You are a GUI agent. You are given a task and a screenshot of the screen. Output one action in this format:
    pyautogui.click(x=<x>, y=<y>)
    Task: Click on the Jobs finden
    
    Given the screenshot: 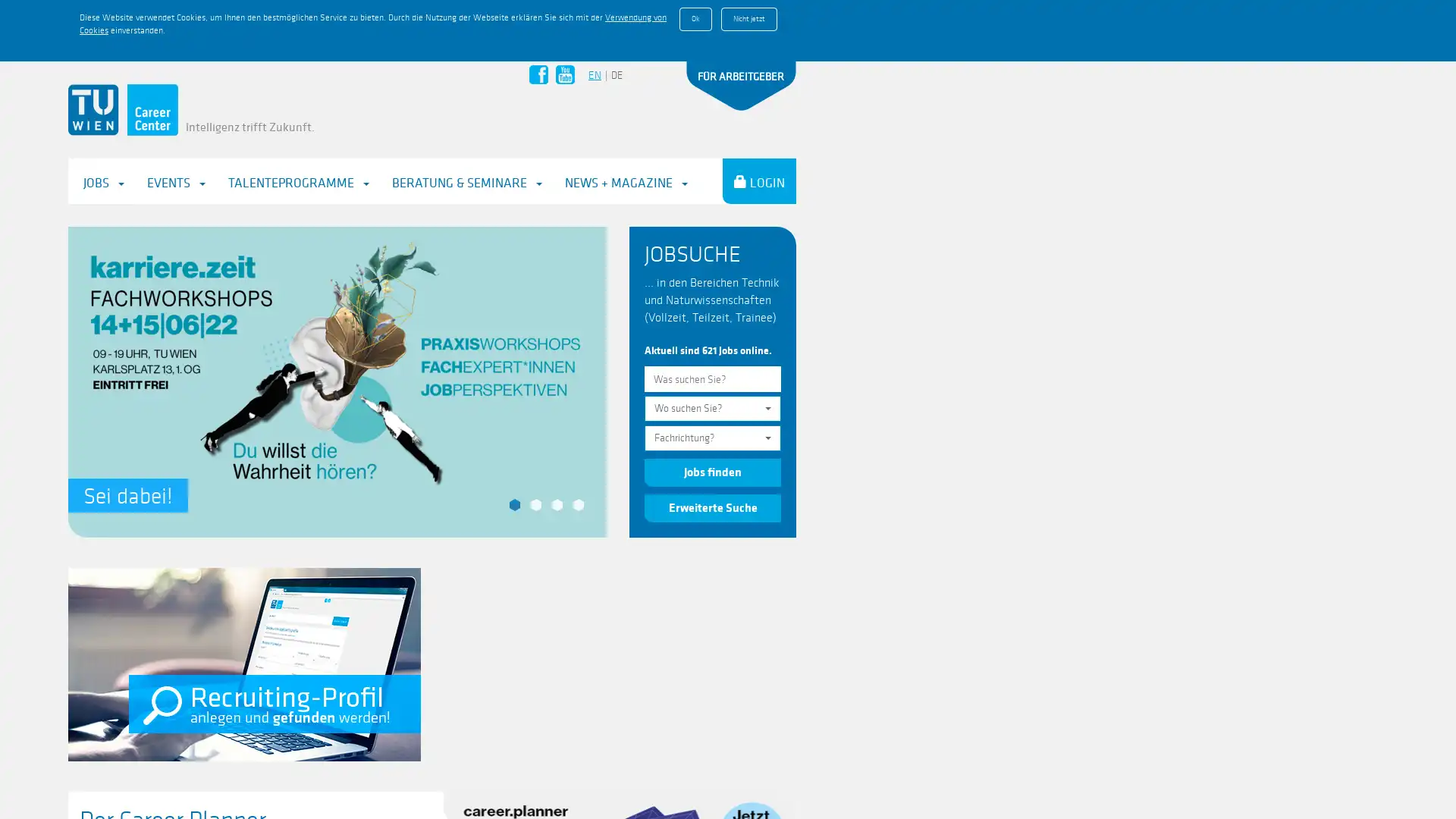 What is the action you would take?
    pyautogui.click(x=712, y=411)
    